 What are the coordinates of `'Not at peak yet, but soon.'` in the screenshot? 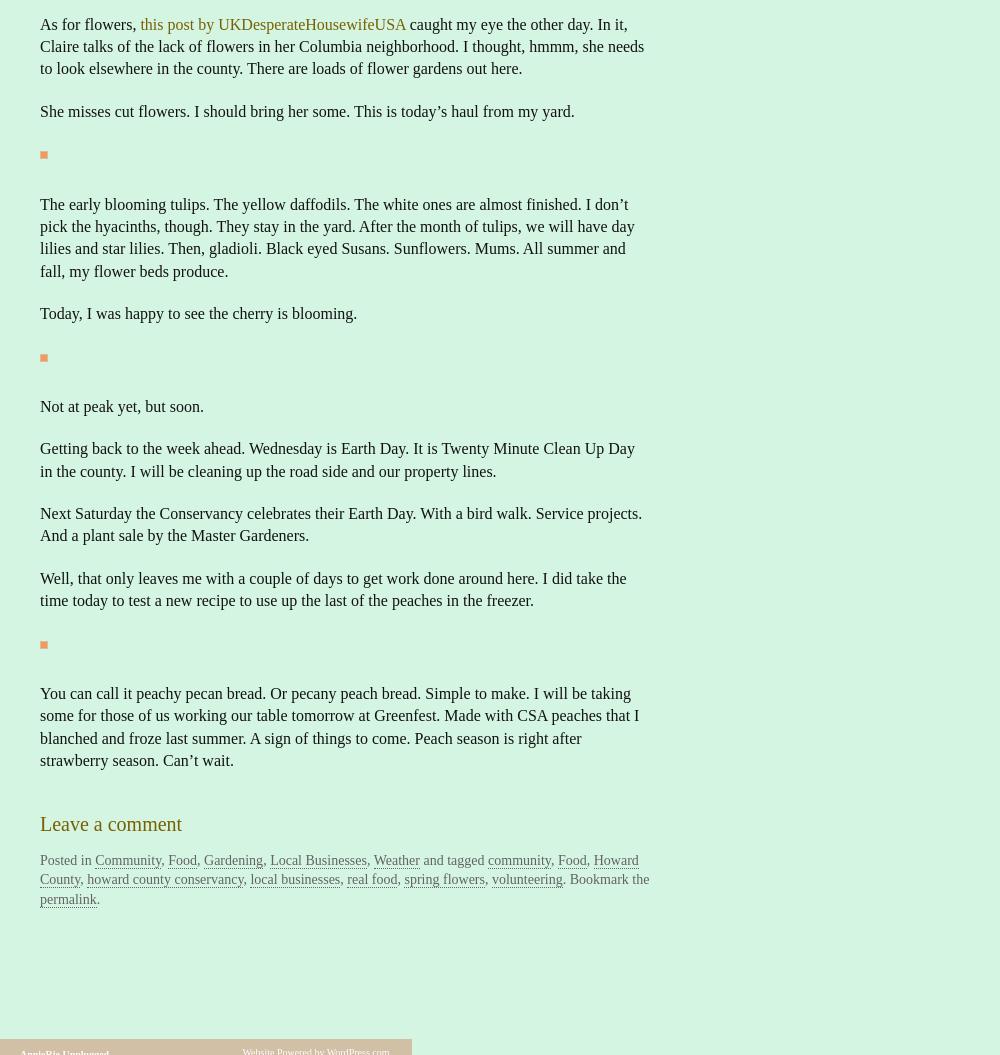 It's located at (120, 405).